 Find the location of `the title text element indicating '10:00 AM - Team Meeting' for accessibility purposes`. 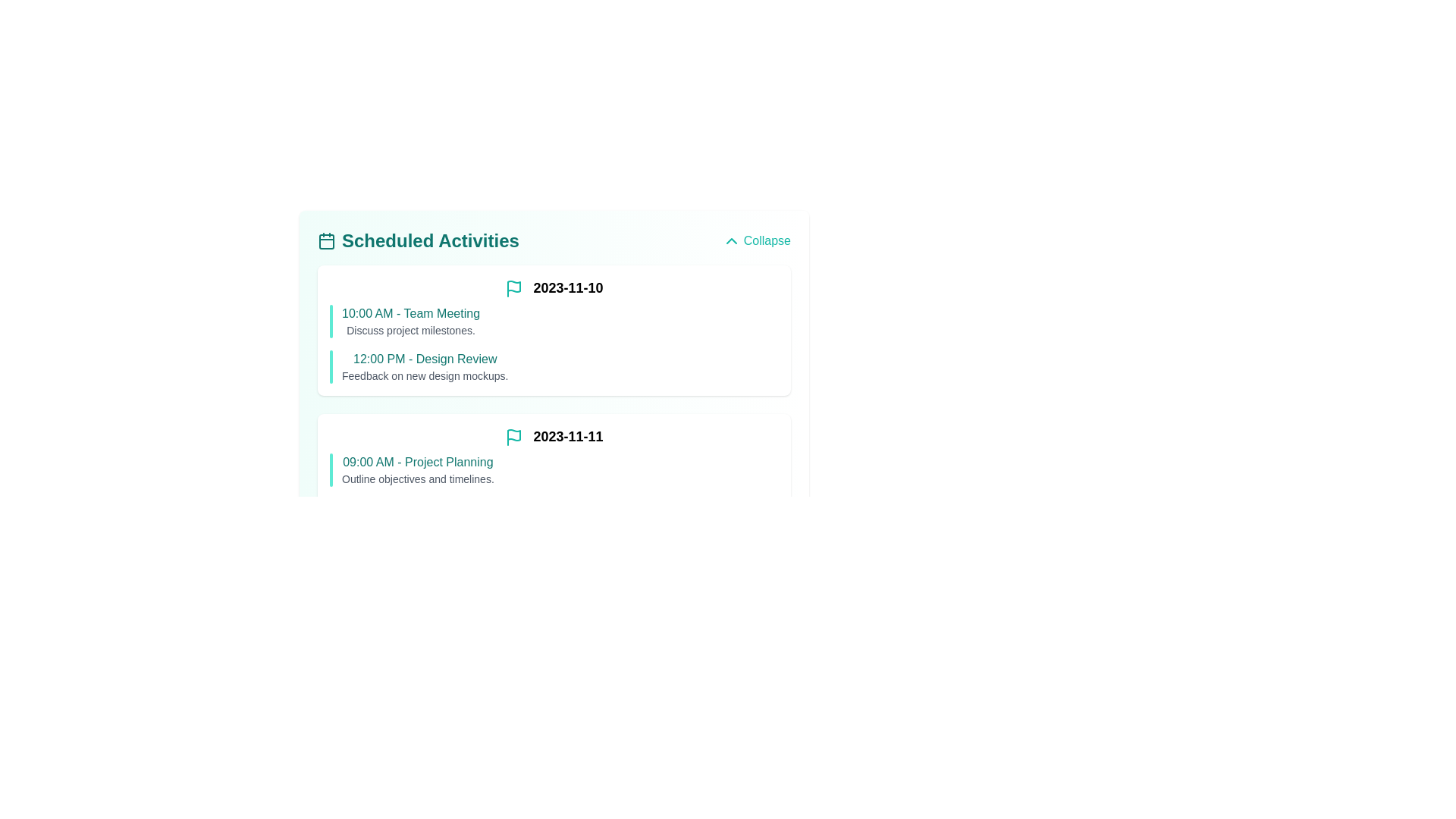

the title text element indicating '10:00 AM - Team Meeting' for accessibility purposes is located at coordinates (411, 312).